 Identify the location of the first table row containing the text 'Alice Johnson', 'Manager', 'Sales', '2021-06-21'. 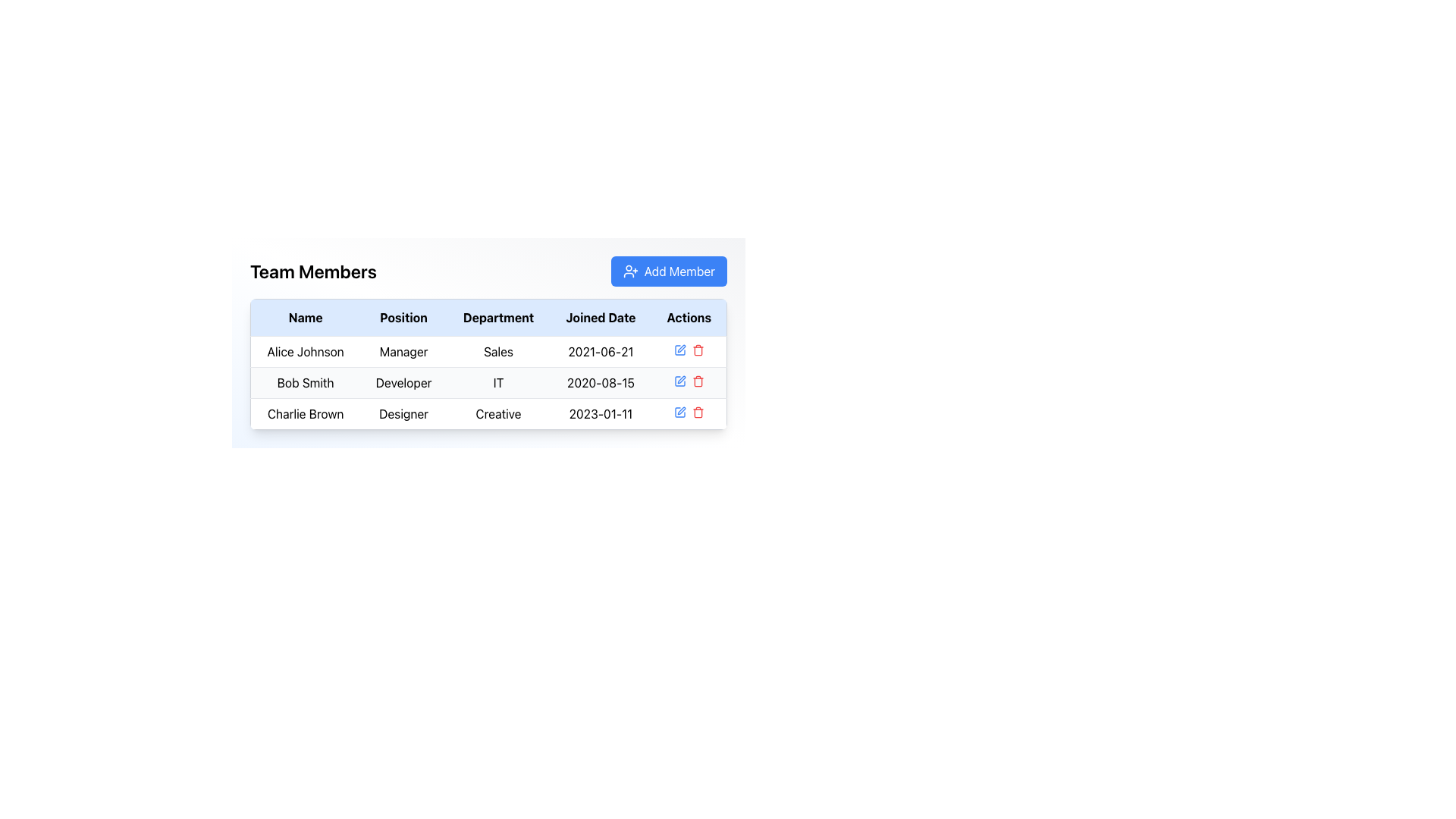
(488, 351).